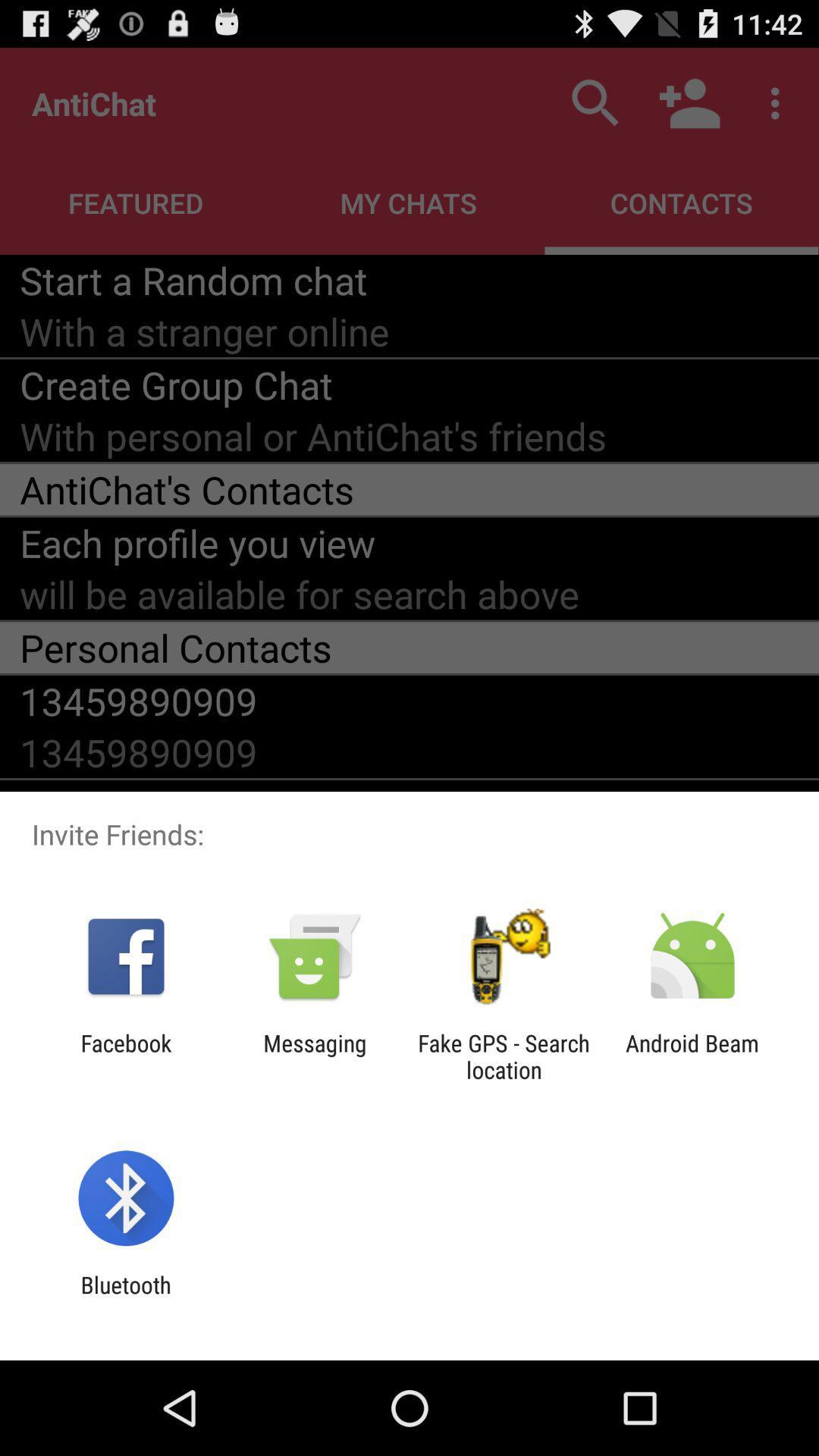  What do you see at coordinates (125, 1056) in the screenshot?
I see `facebook` at bounding box center [125, 1056].